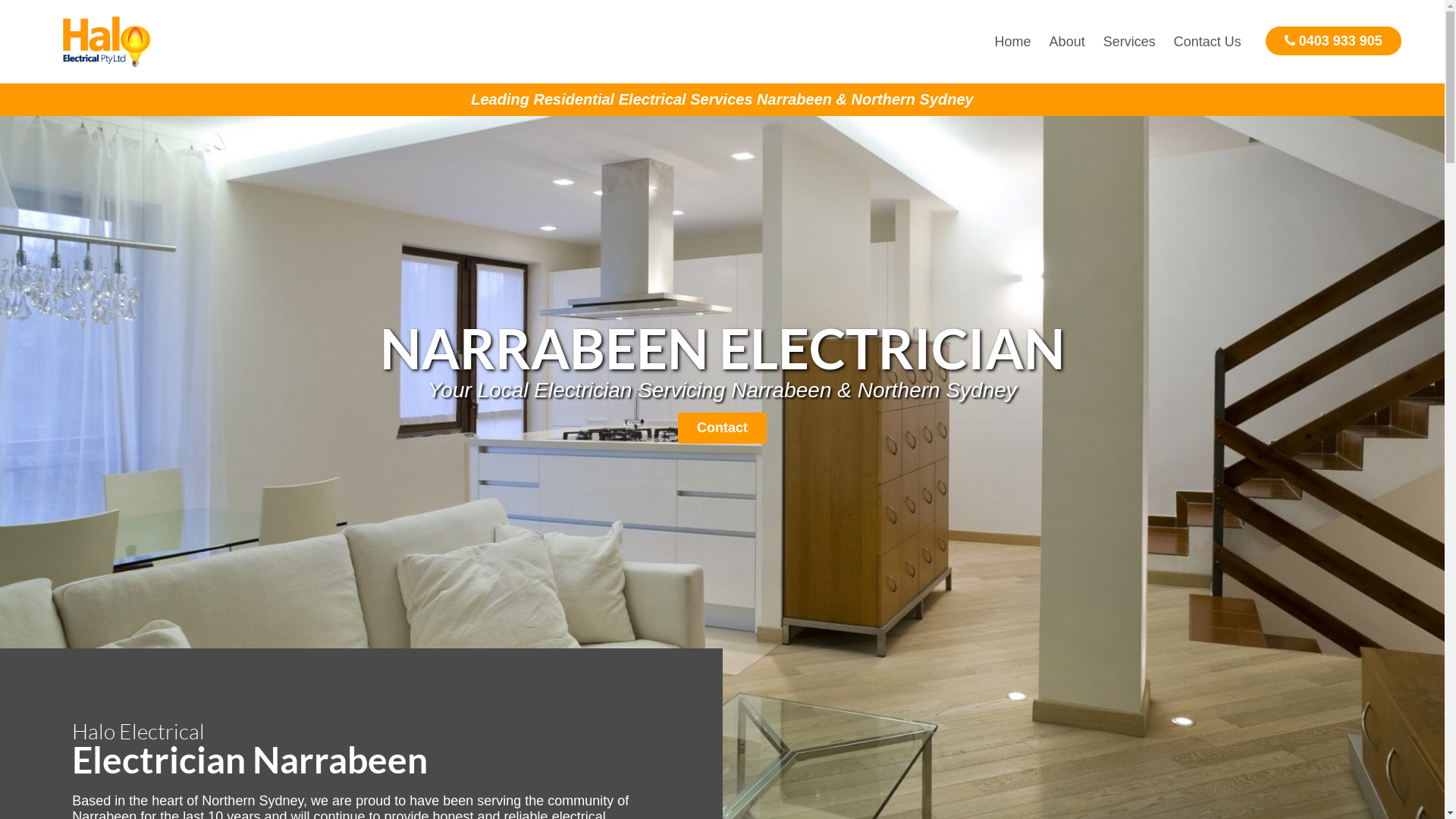  What do you see at coordinates (1164, 40) in the screenshot?
I see `'Contact Us'` at bounding box center [1164, 40].